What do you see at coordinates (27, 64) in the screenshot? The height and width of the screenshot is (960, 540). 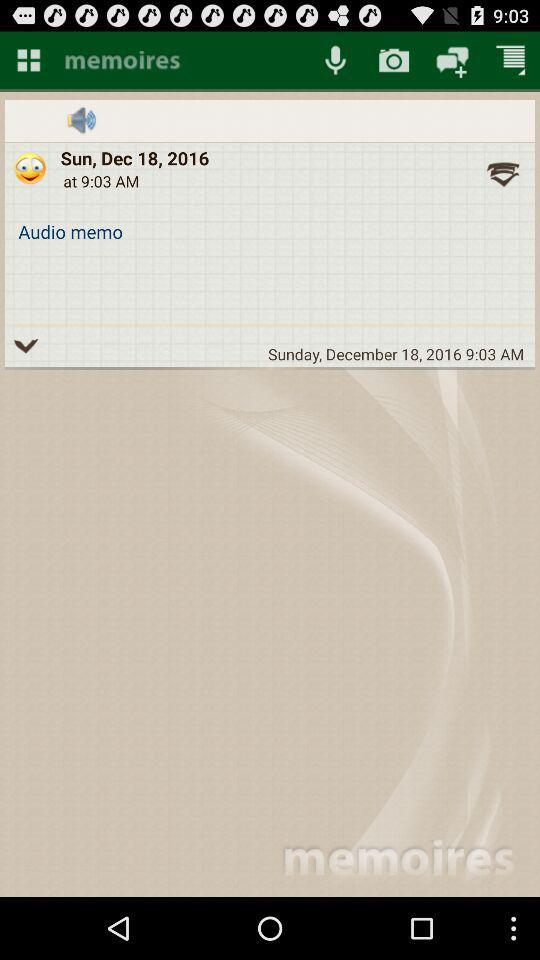 I see `the dashboard icon` at bounding box center [27, 64].